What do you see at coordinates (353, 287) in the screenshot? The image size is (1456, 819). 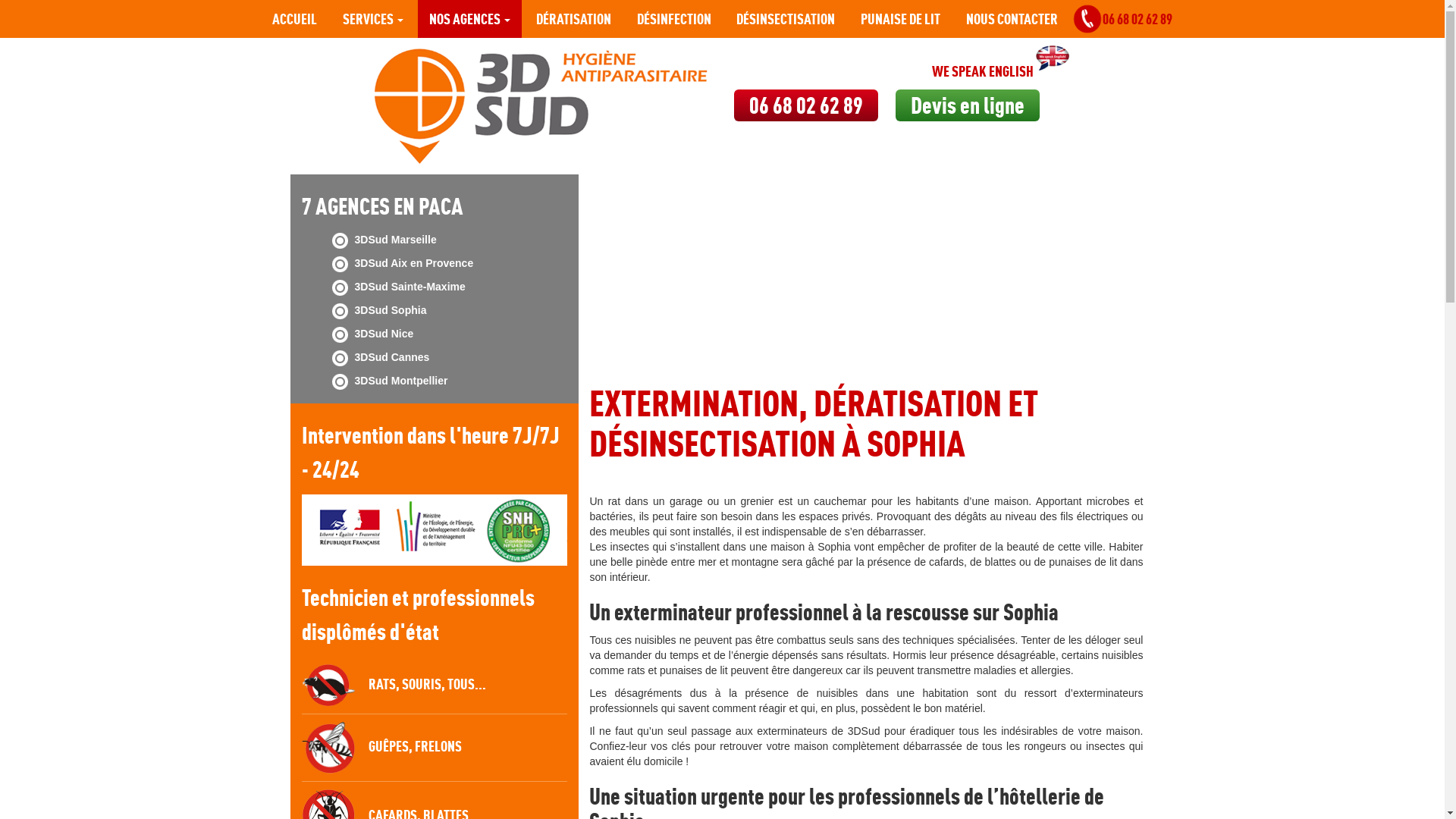 I see `'3DSud Sainte-Maxime'` at bounding box center [353, 287].